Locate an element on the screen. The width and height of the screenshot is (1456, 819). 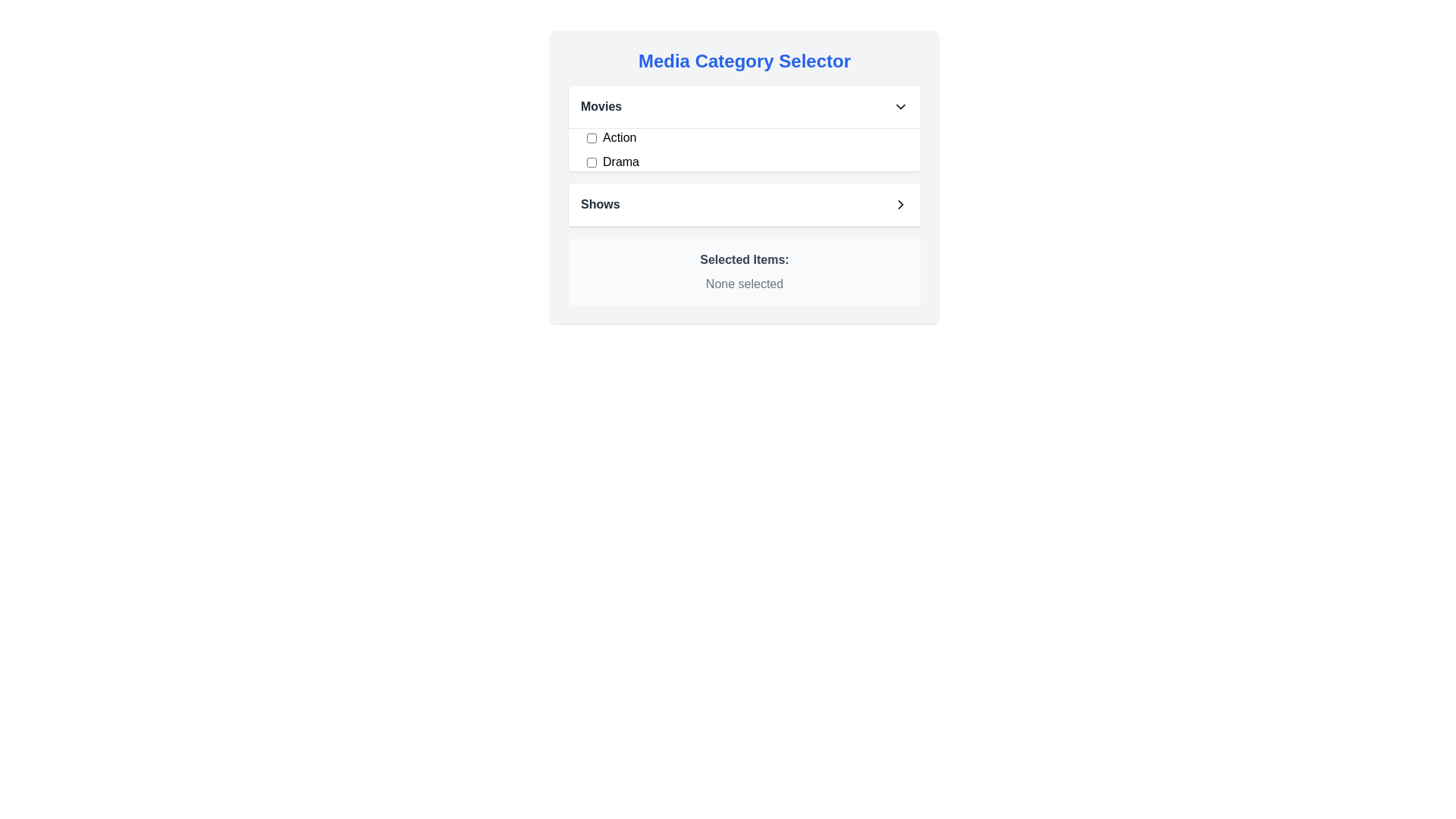
the 'Drama' checkbox in the 'Movies' section is located at coordinates (591, 162).